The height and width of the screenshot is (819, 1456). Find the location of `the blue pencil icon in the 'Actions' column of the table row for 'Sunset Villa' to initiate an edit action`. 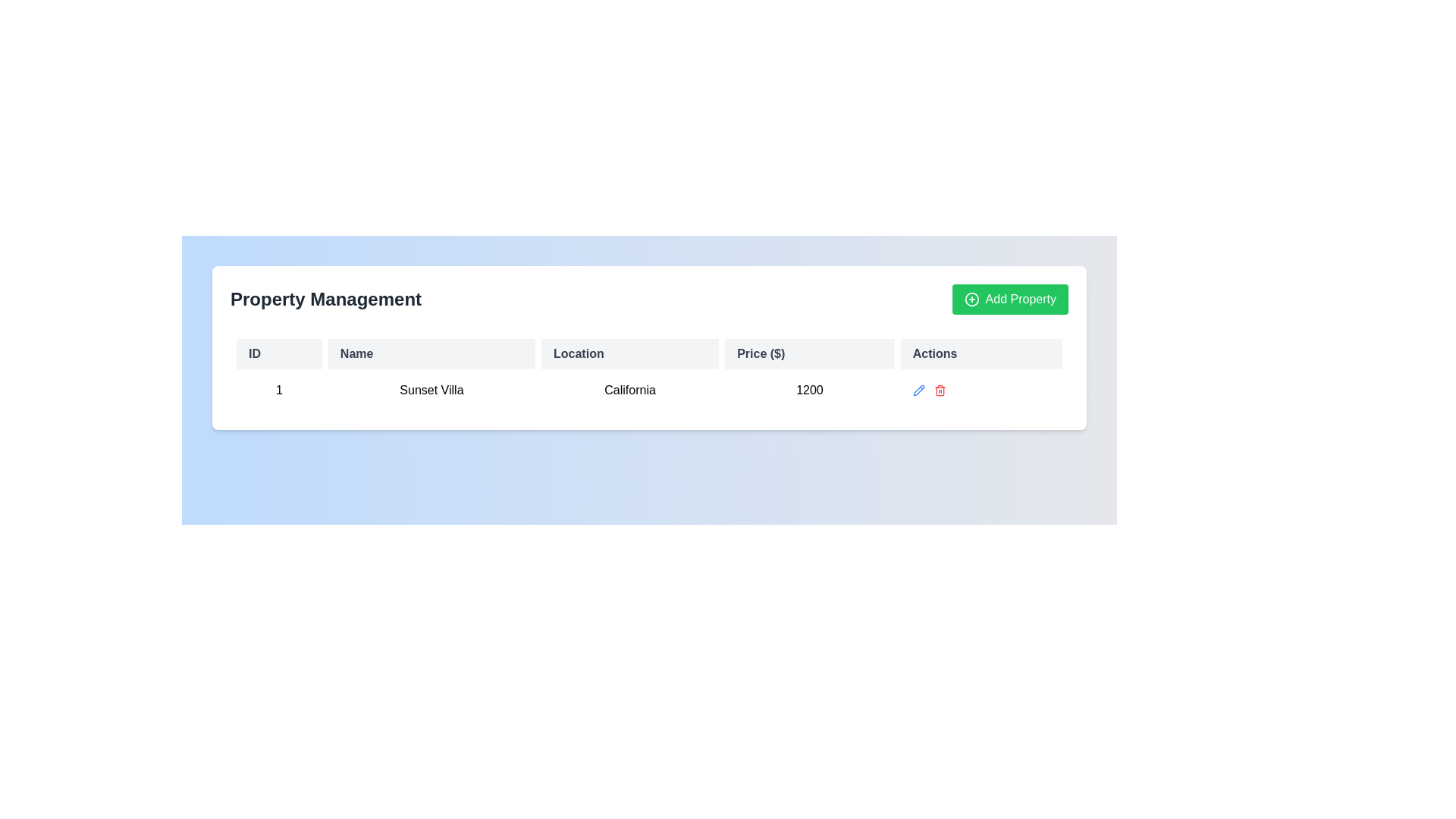

the blue pencil icon in the 'Actions' column of the table row for 'Sunset Villa' to initiate an edit action is located at coordinates (918, 390).